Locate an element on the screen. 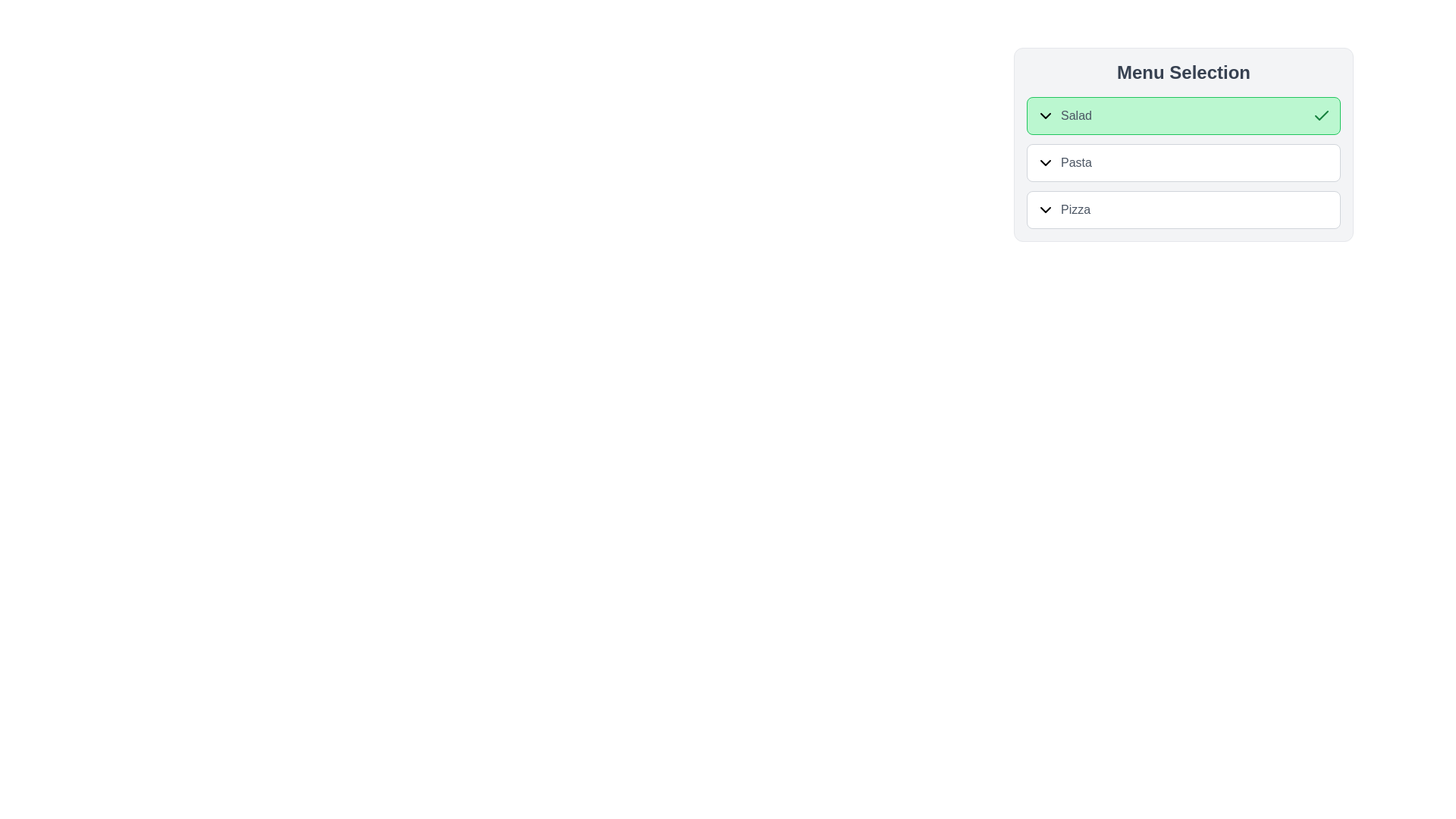 The image size is (1456, 819). the second button in the menu selection interface is located at coordinates (1182, 163).